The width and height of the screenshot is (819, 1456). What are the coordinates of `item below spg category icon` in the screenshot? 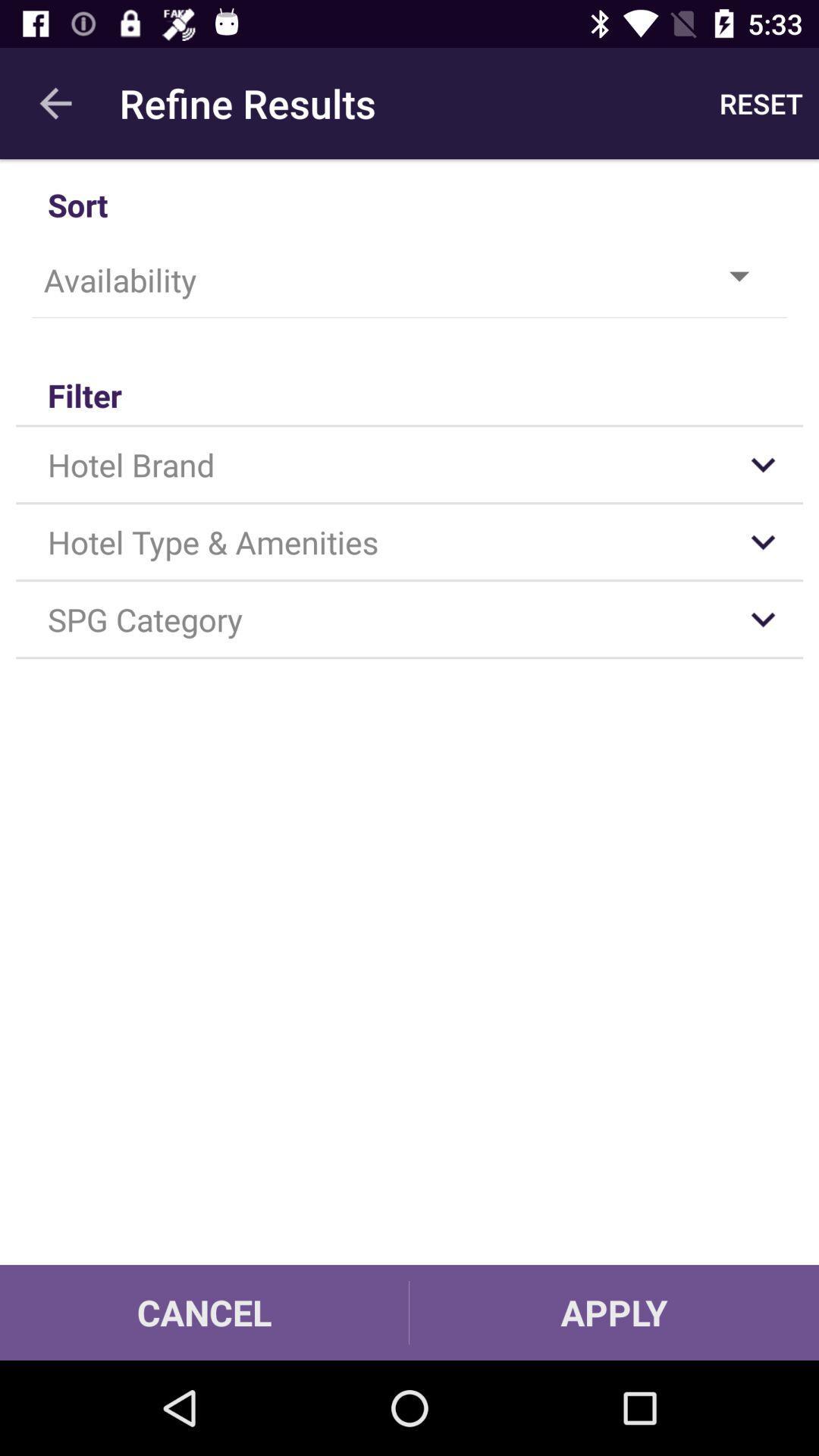 It's located at (614, 1312).